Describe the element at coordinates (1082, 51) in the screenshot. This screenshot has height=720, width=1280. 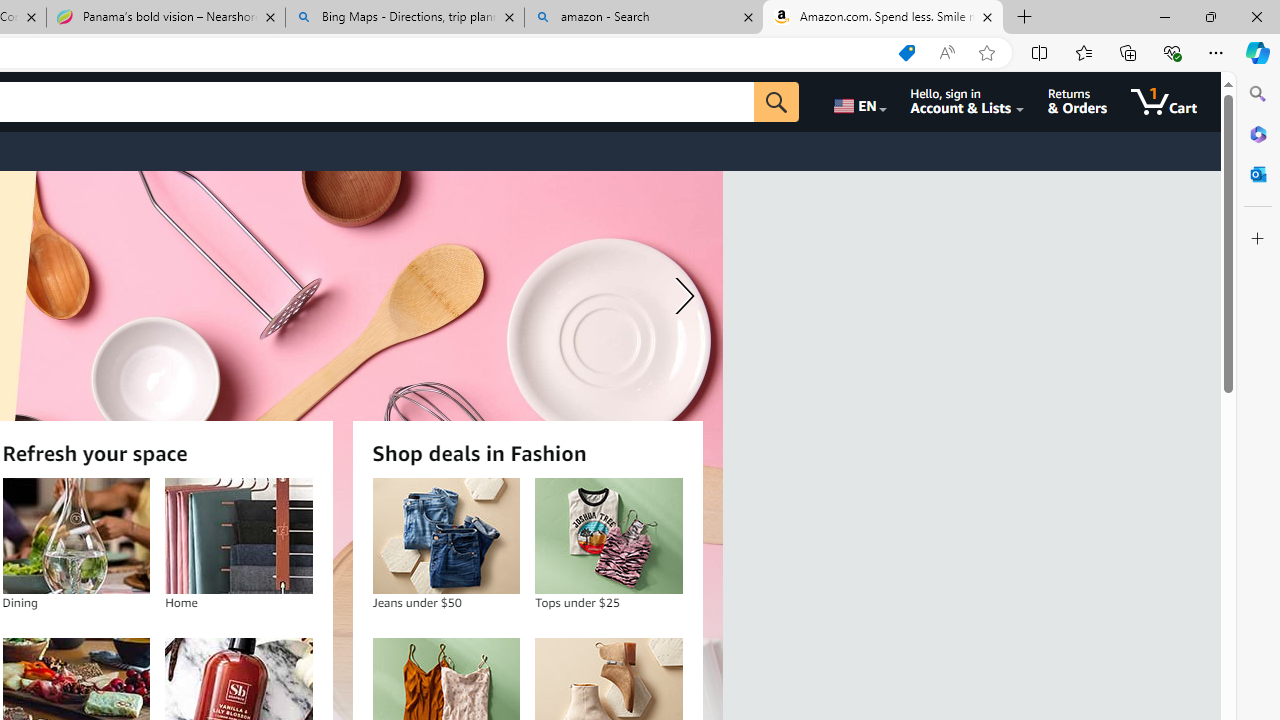
I see `'Favorites'` at that location.